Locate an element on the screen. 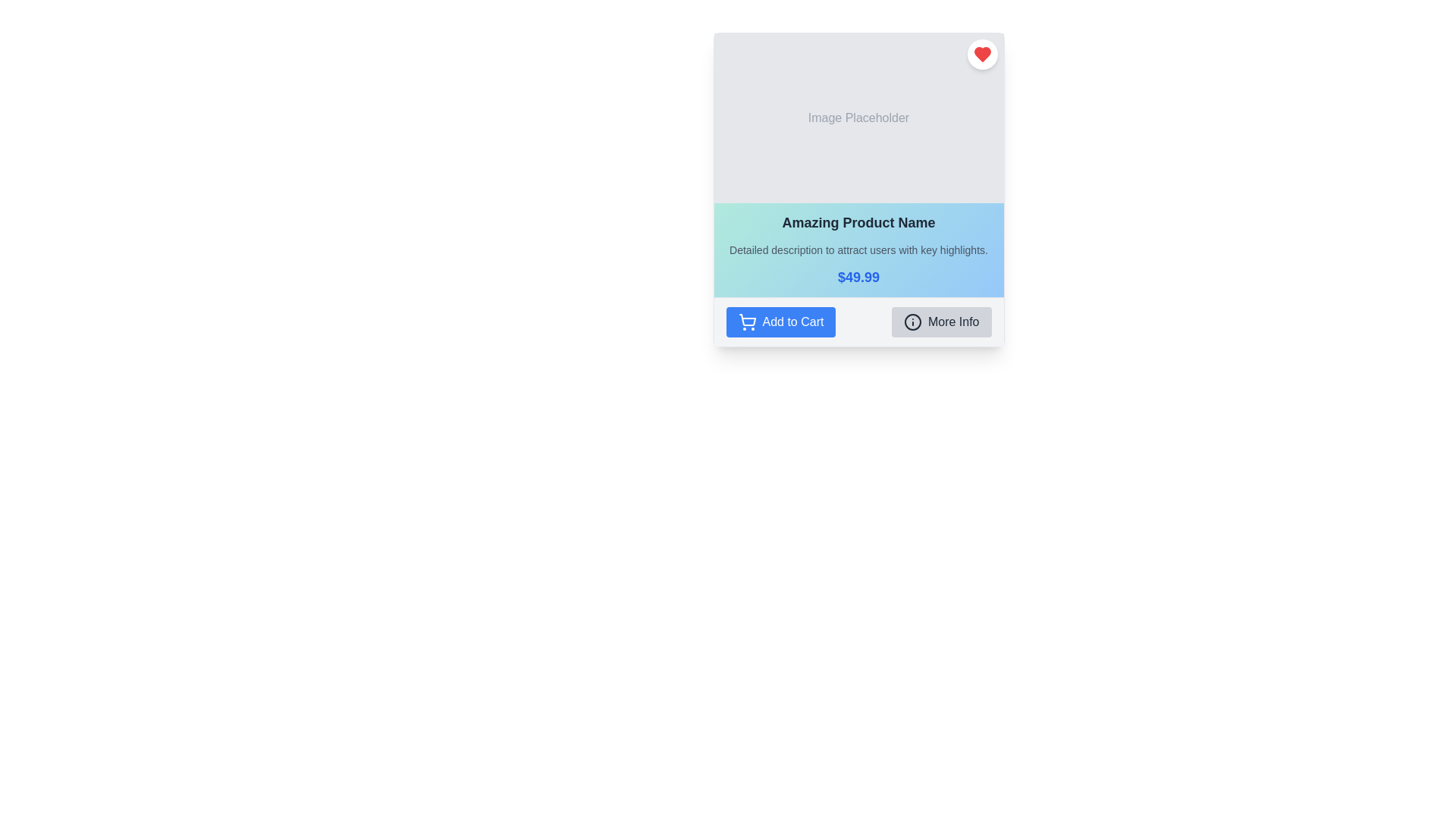  the circular informational icon with a blue outline, which is located to the left of the 'More Info' button label is located at coordinates (912, 321).